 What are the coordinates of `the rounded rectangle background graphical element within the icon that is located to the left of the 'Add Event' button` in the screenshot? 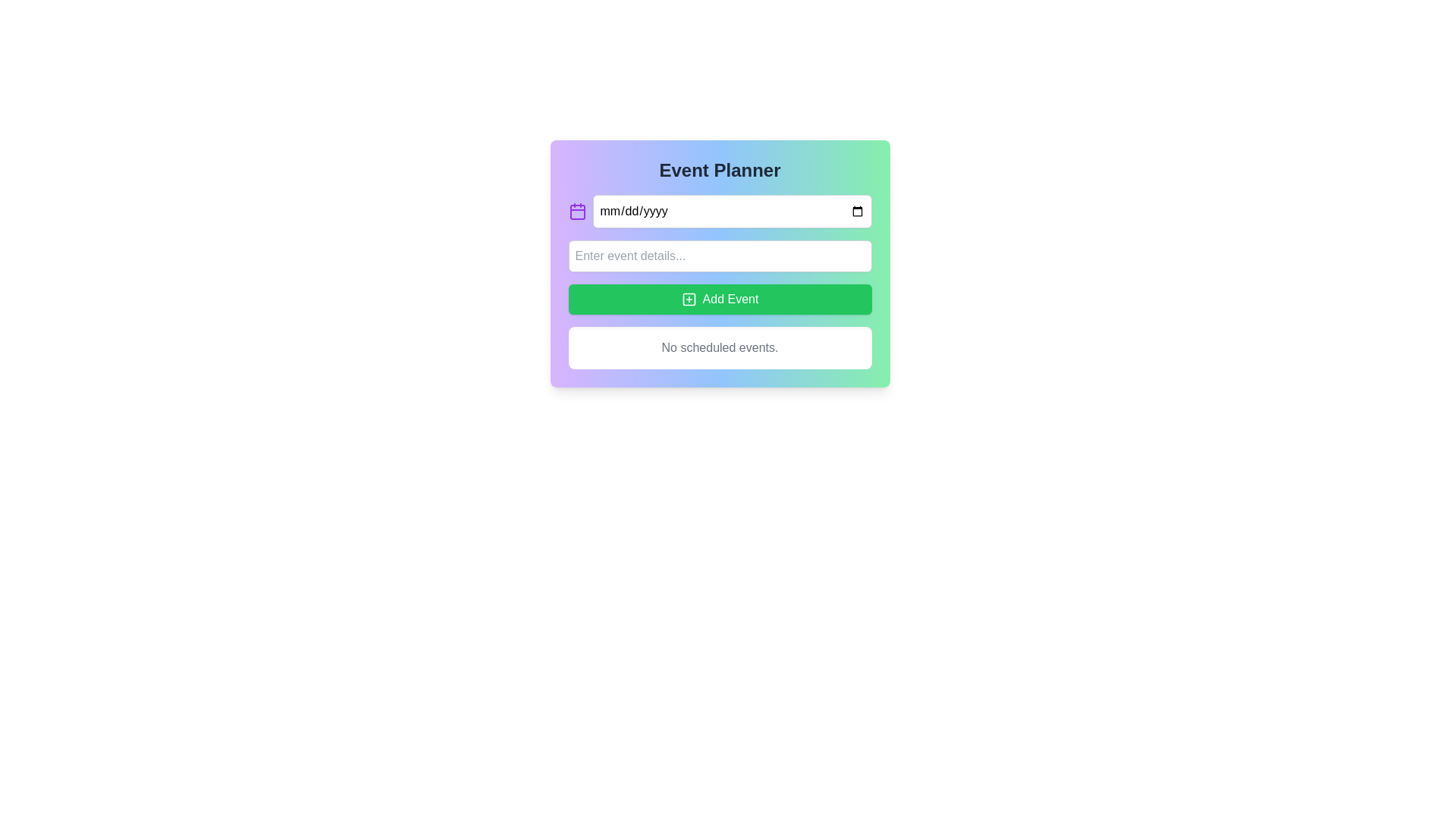 It's located at (688, 299).